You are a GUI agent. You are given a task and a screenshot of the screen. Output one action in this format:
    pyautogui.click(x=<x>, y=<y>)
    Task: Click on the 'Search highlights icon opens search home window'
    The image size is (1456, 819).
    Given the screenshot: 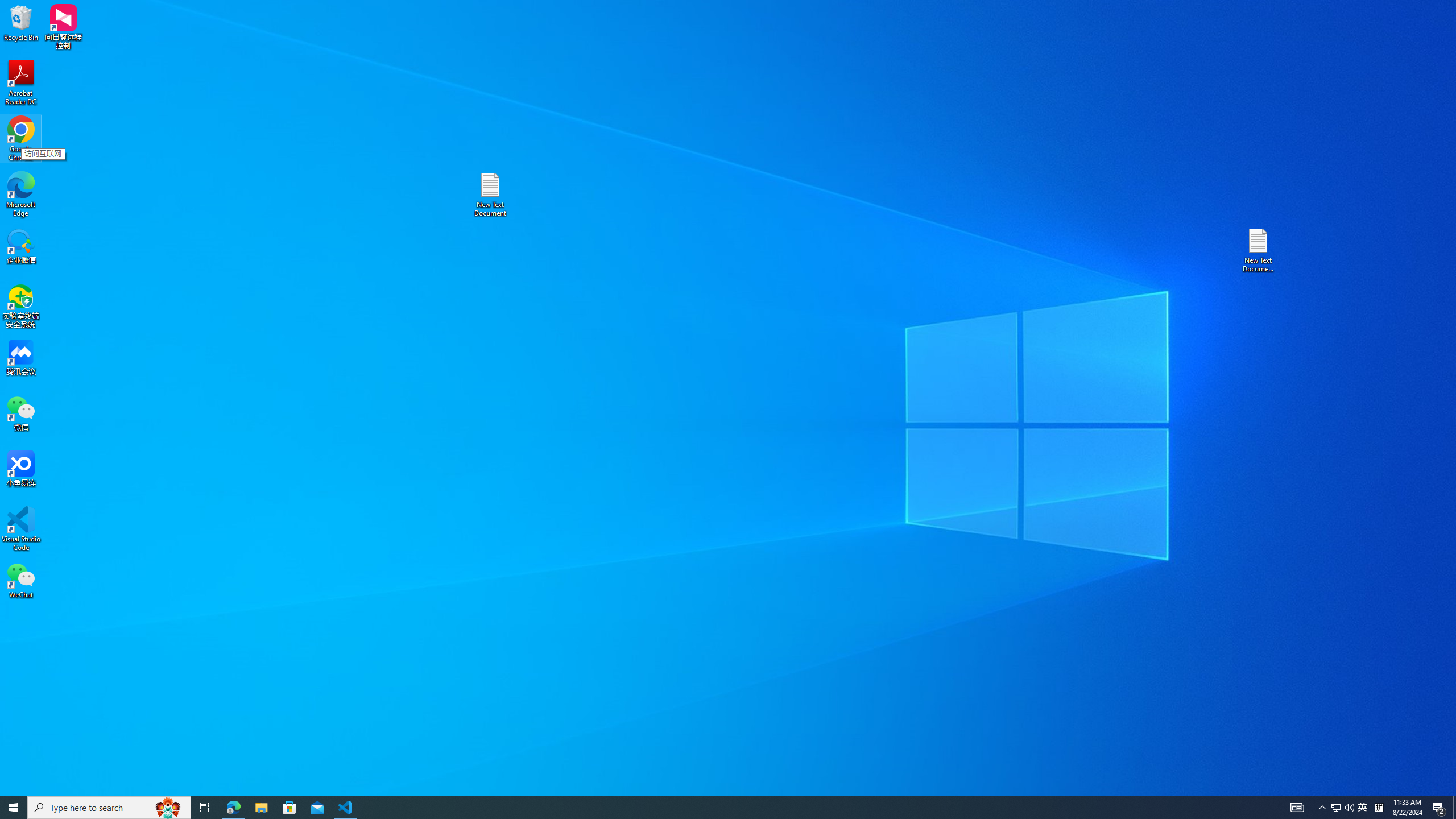 What is the action you would take?
    pyautogui.click(x=167, y=806)
    